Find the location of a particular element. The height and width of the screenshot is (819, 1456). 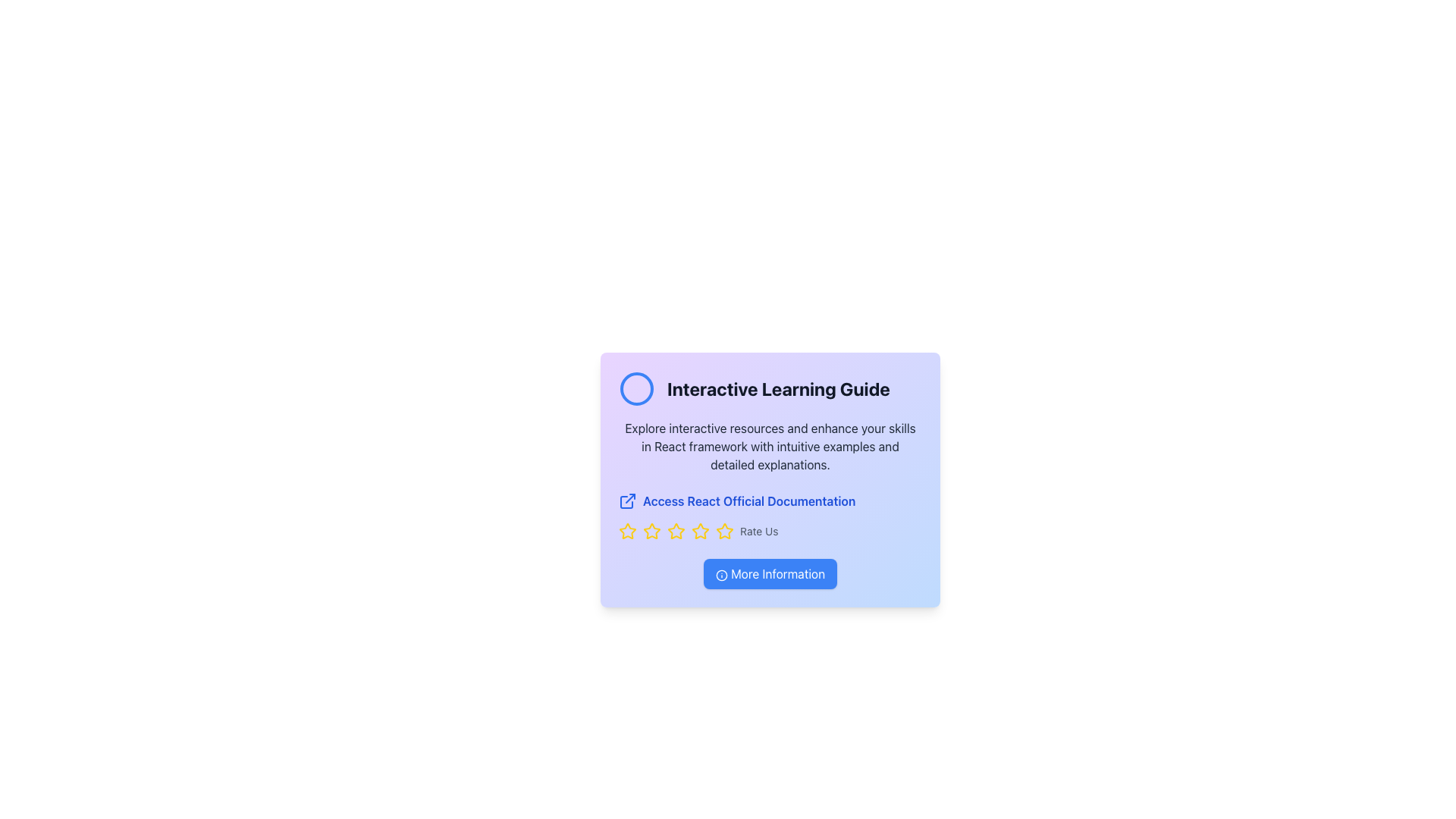

the hyperlink styled with blue font color and bold text, containing the text 'Access React Official Documentation' is located at coordinates (749, 500).